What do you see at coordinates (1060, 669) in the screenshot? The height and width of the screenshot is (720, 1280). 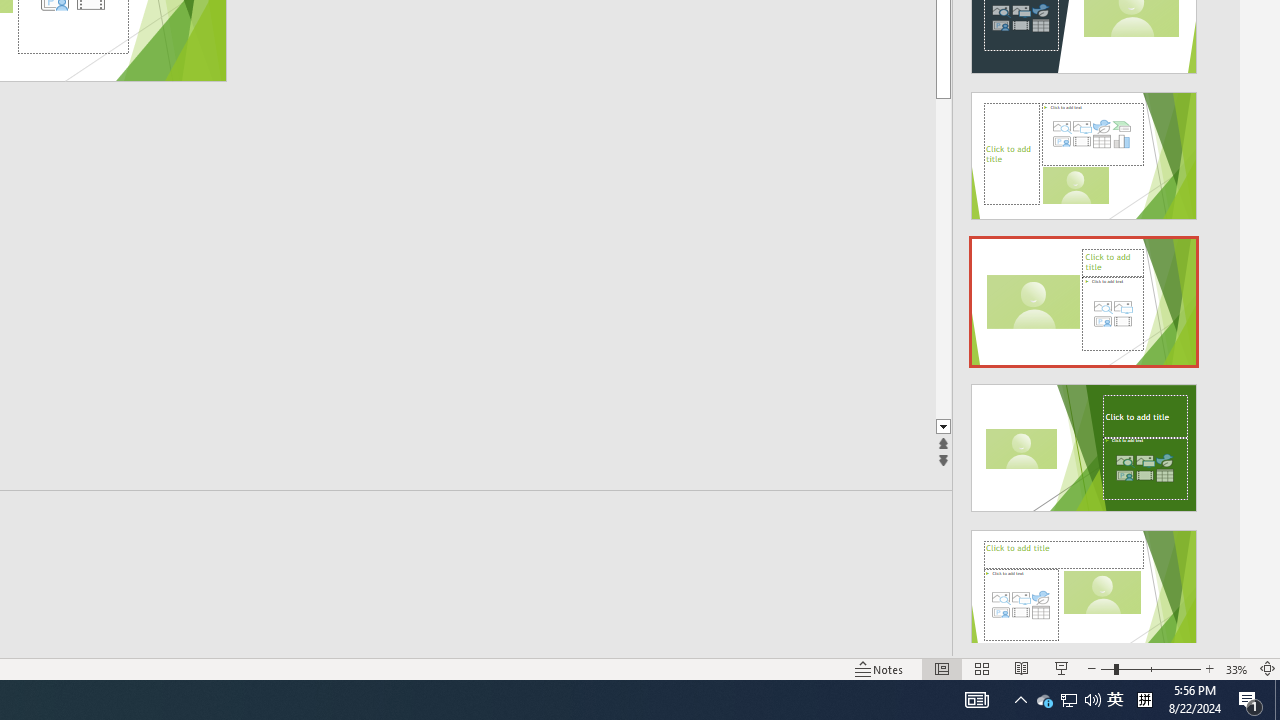 I see `'Slide Show'` at bounding box center [1060, 669].